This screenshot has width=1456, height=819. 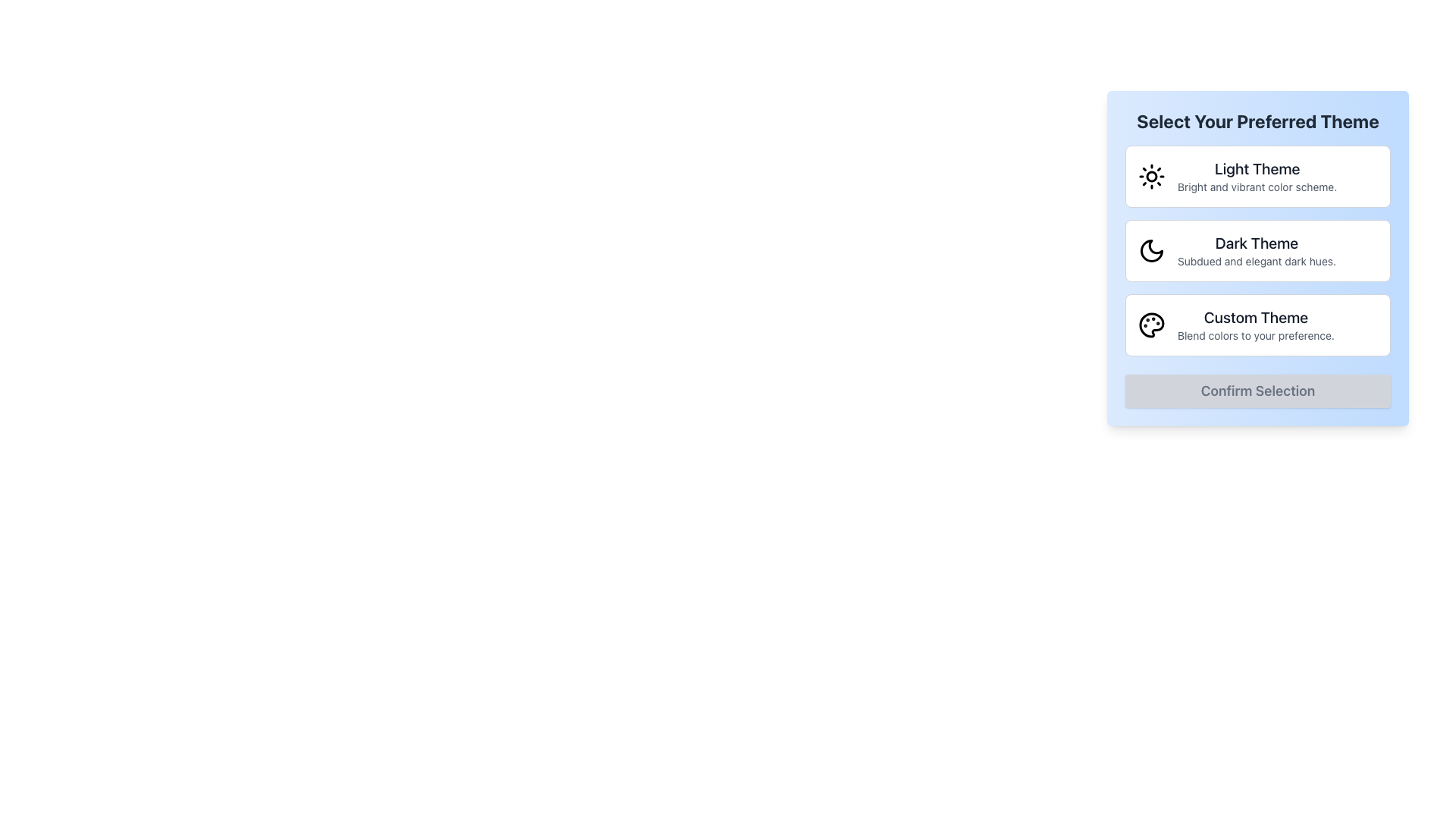 I want to click on textual content of the first theme option titled 'Light Theme', which consists of two lines of text: 'Light Theme' in bold and 'Bright and vibrant color scheme.' in a smaller font, so click(x=1257, y=175).